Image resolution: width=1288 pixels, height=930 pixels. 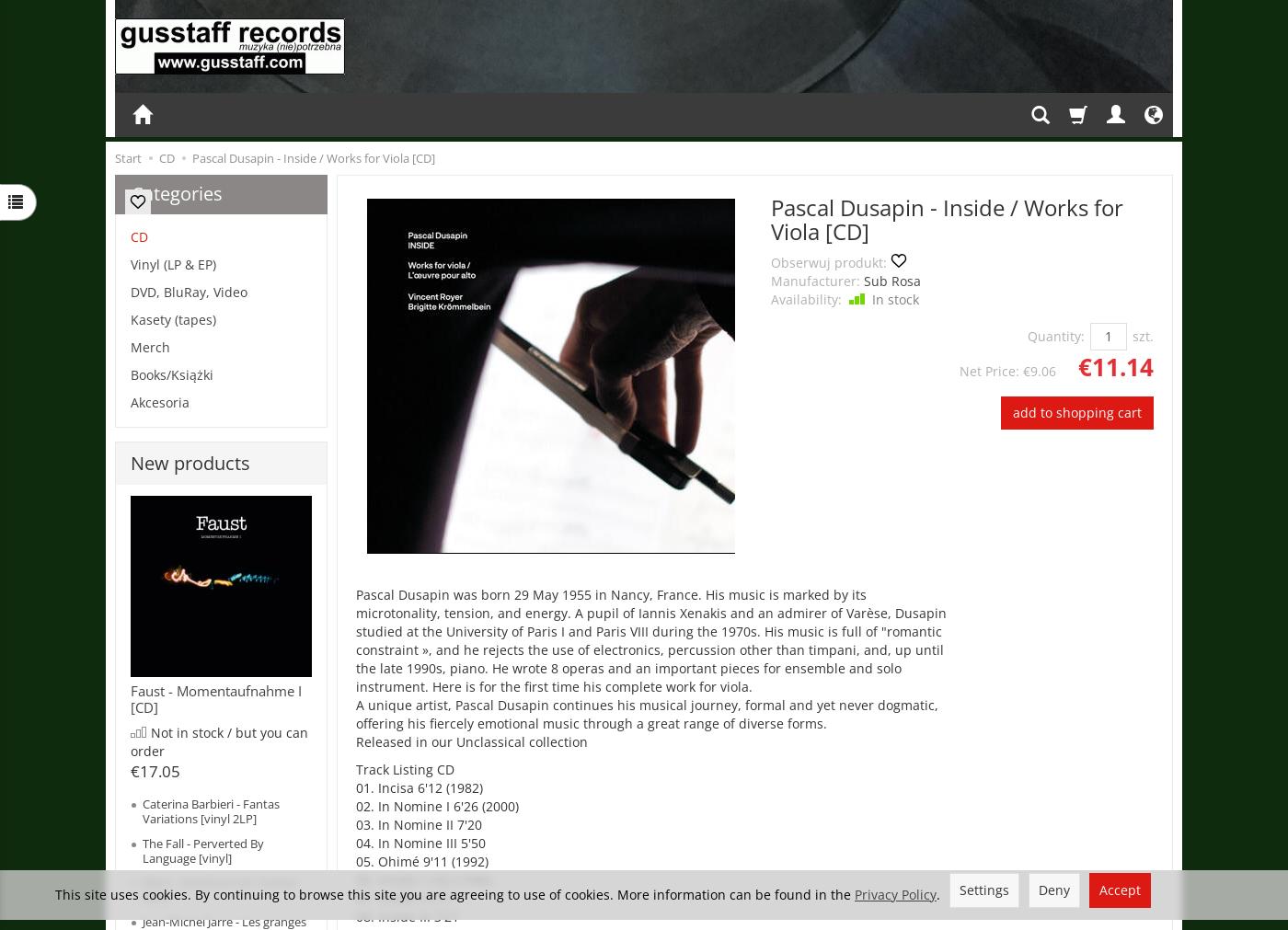 I want to click on 'New products', so click(x=190, y=461).